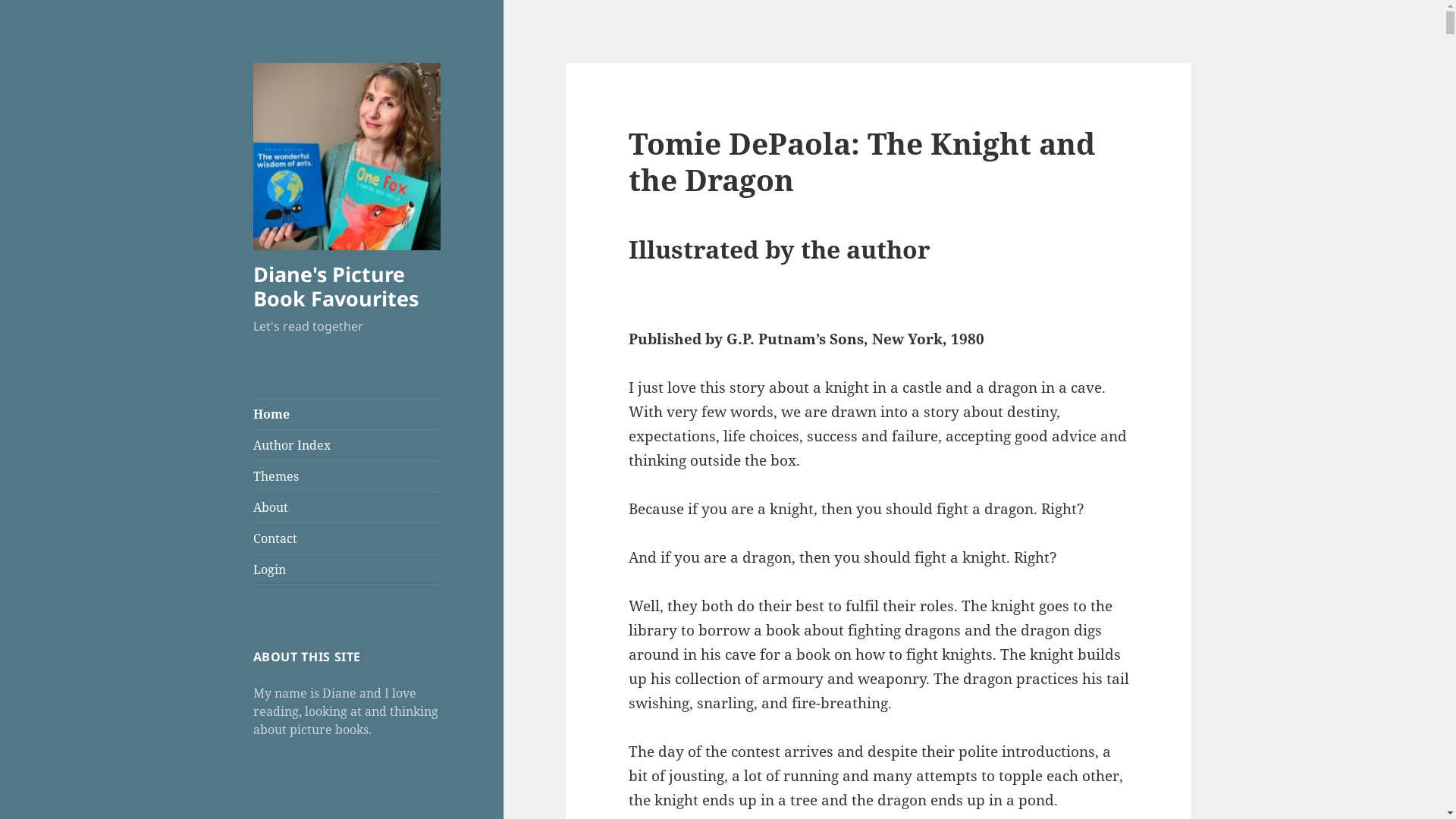 This screenshot has height=819, width=1456. I want to click on 'Login', so click(346, 570).